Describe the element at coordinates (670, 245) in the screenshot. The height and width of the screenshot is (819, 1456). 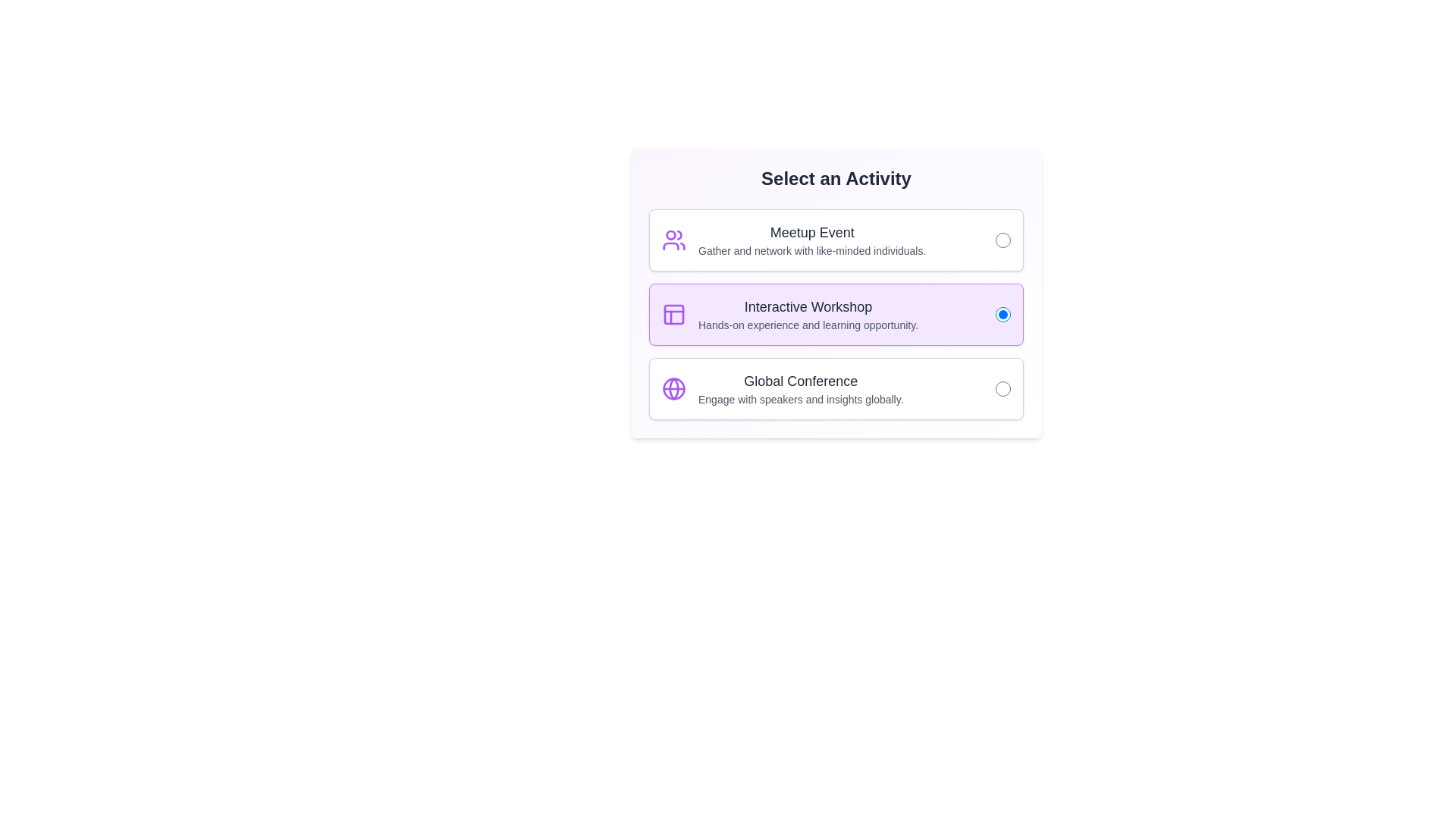
I see `the purple curved line representing part of the people icon located near the bottom of the SVG icon, which is to the left of the 'Meetup Event' text in the first selectable card` at that location.